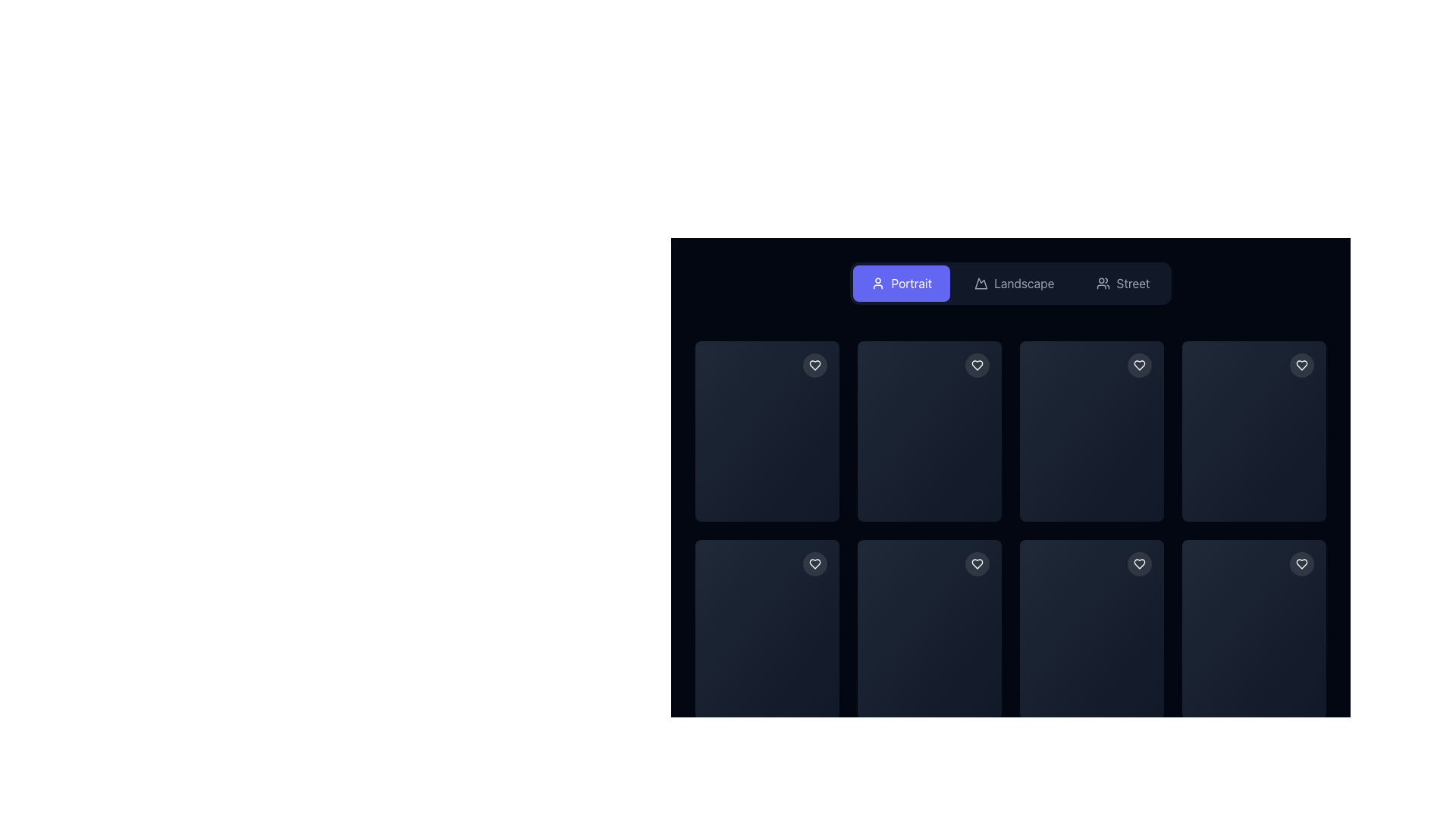 Image resolution: width=1456 pixels, height=819 pixels. I want to click on the heart-shaped icon button located in the upper-right corner of the second card in the grid layout, so click(977, 366).